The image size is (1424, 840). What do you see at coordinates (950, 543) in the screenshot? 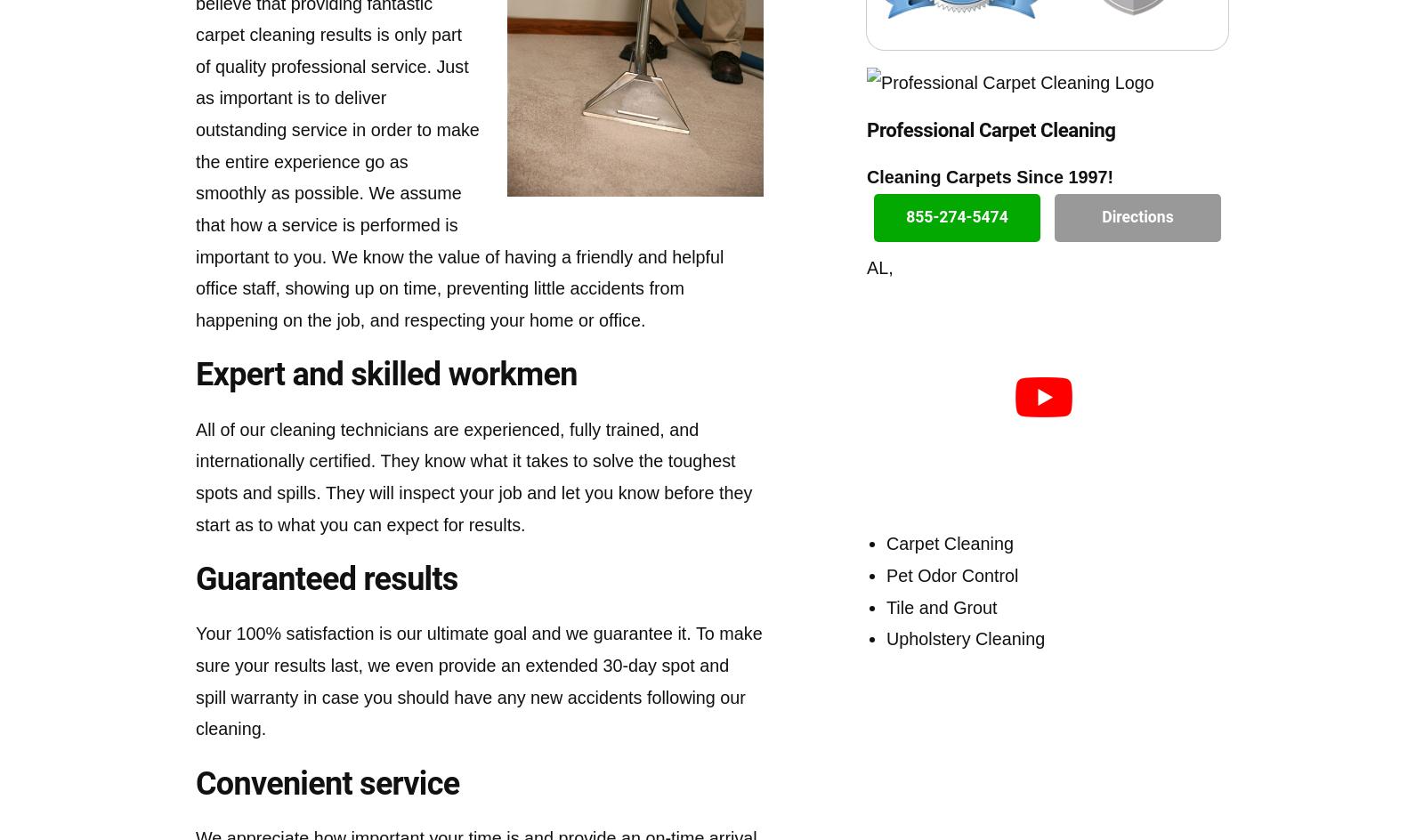
I see `'Carpet Cleaning'` at bounding box center [950, 543].